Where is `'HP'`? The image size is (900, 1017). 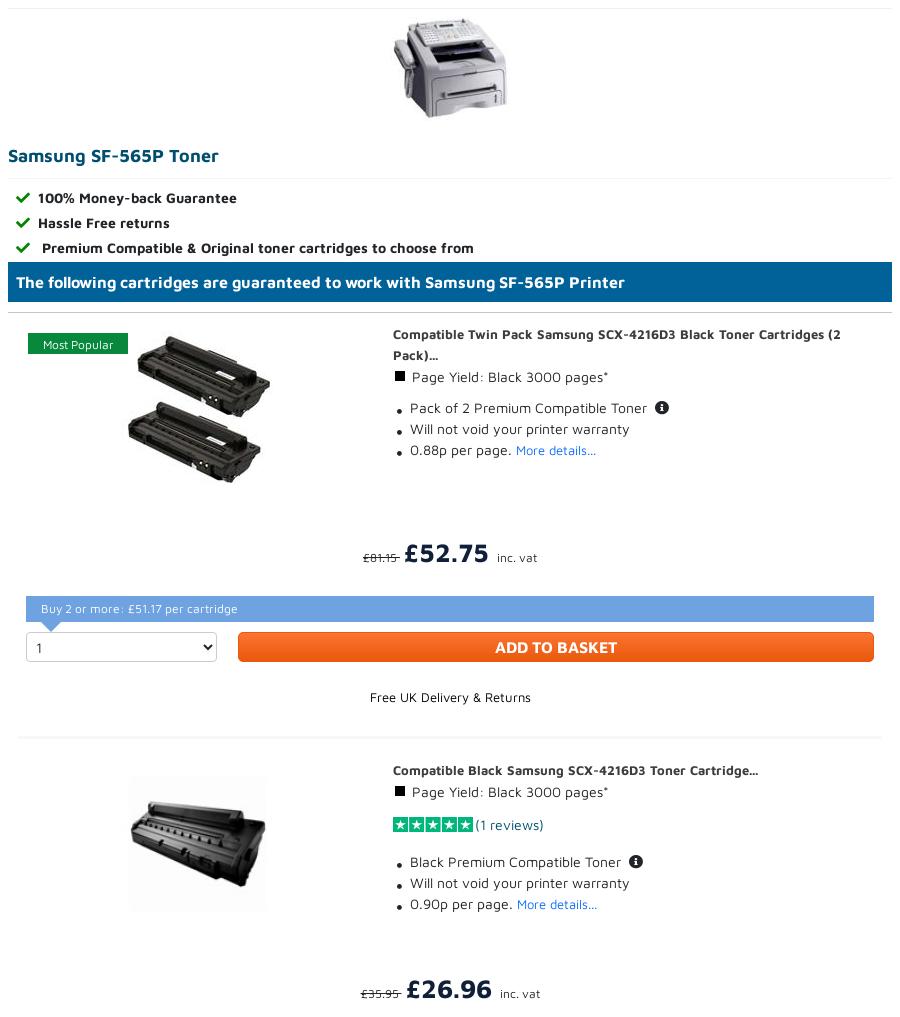 'HP' is located at coordinates (125, 655).